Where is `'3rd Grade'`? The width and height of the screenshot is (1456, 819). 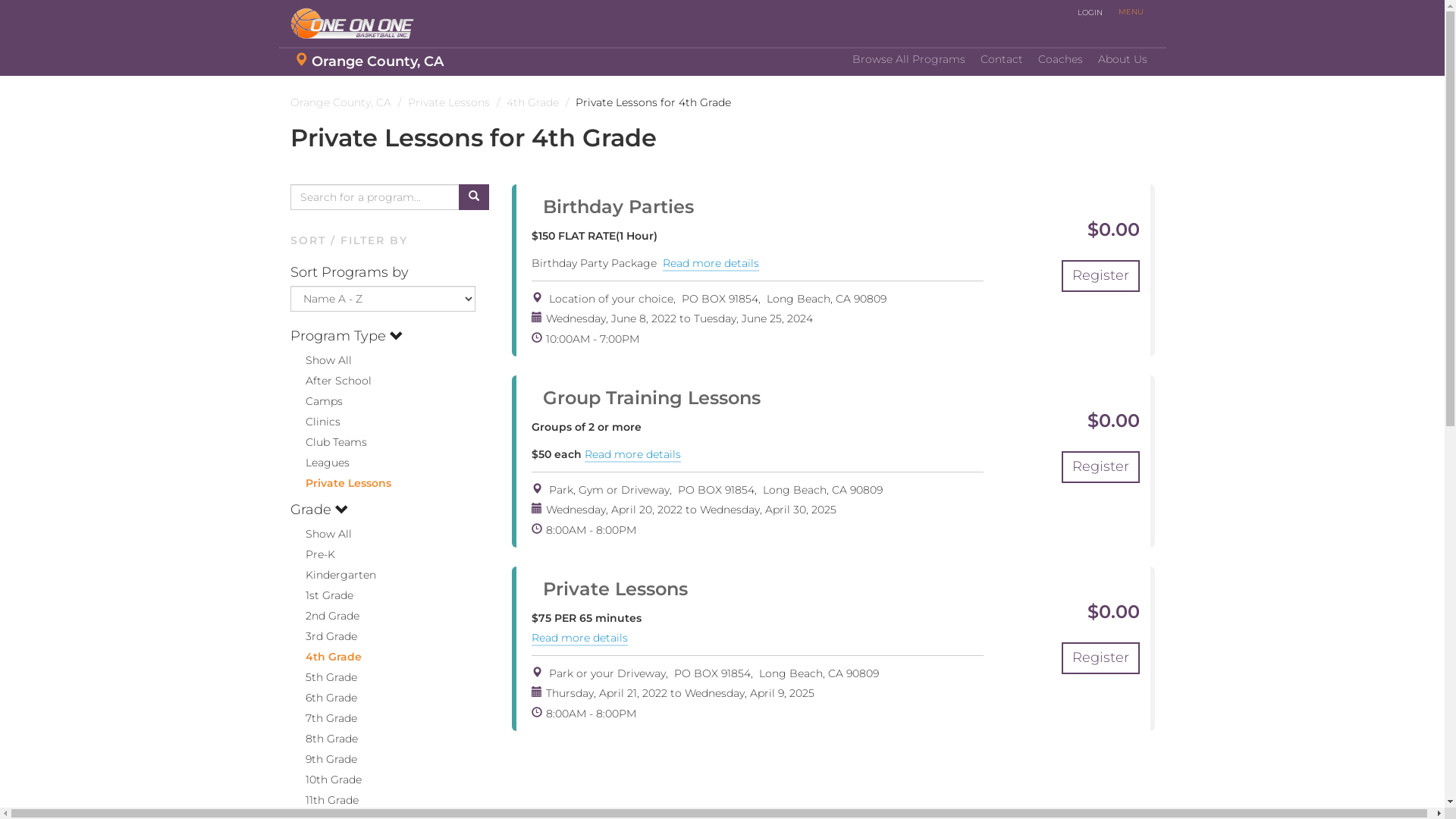
'3rd Grade' is located at coordinates (290, 636).